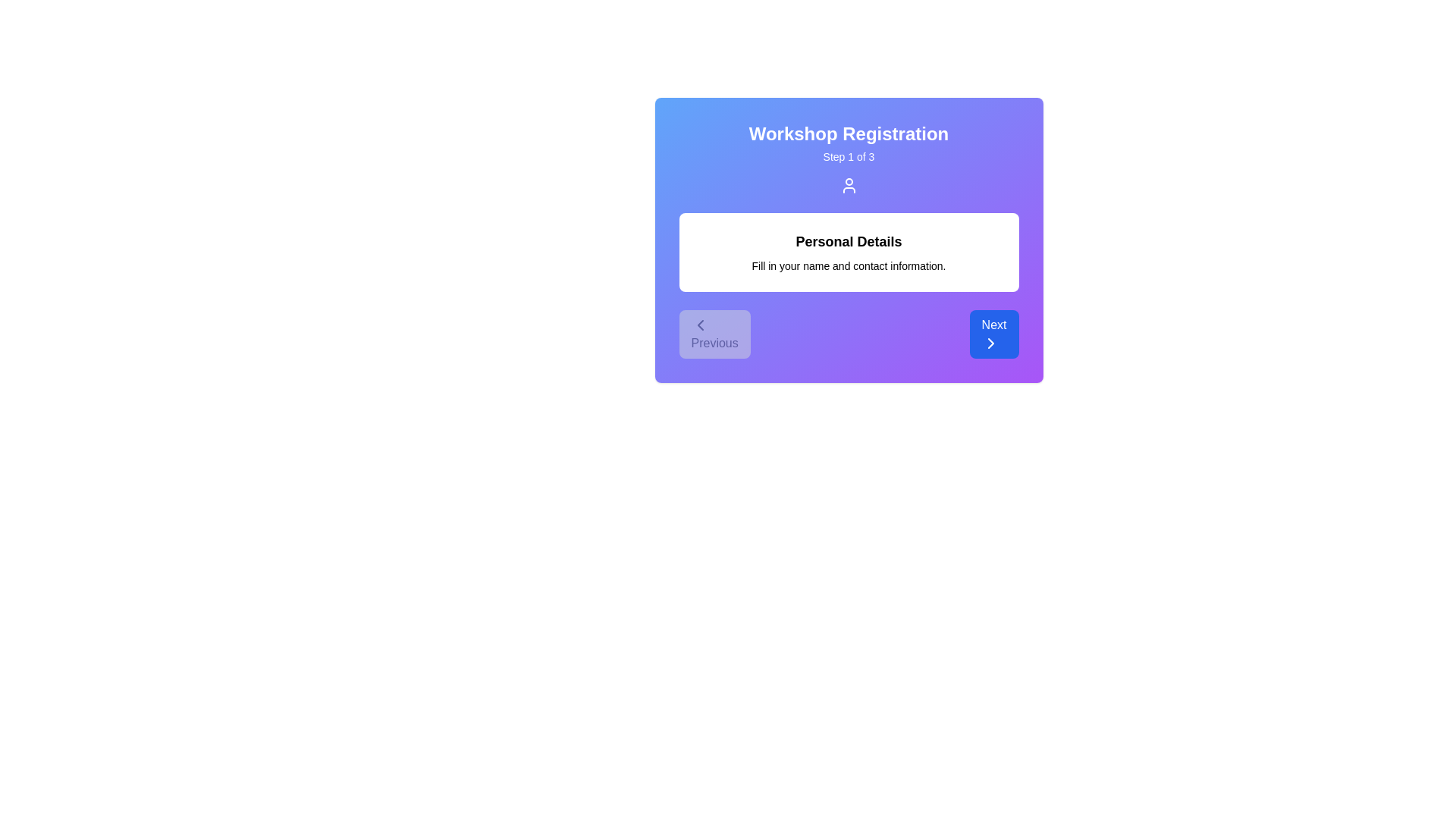  Describe the element at coordinates (699, 324) in the screenshot. I see `the Chevron or navigation arrow icon located inside the 'Previous' button at the bottom left of the registration form interface` at that location.